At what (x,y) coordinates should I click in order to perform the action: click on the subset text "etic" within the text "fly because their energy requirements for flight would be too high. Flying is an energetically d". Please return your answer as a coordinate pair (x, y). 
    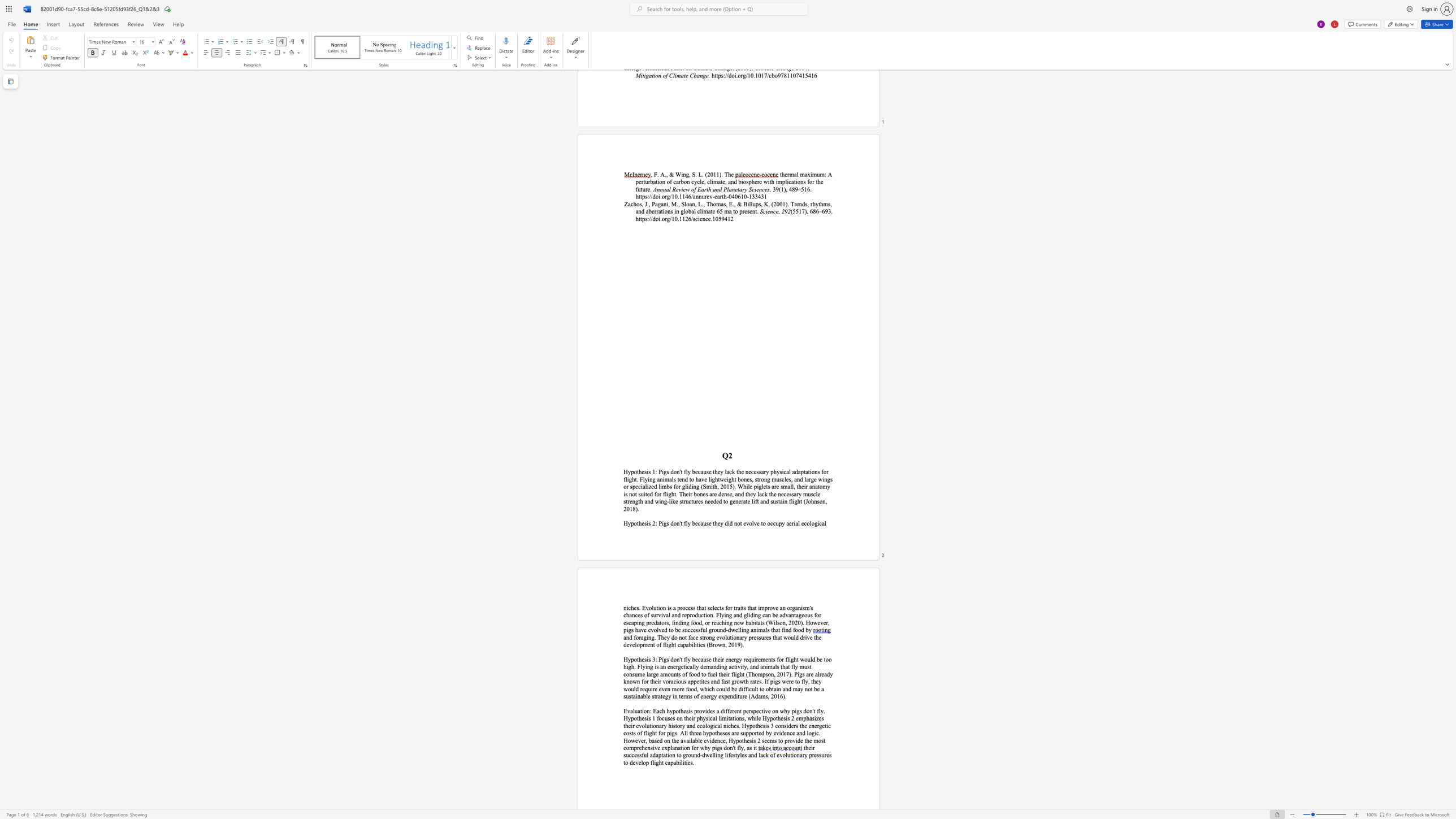
    Looking at the image, I should click on (681, 666).